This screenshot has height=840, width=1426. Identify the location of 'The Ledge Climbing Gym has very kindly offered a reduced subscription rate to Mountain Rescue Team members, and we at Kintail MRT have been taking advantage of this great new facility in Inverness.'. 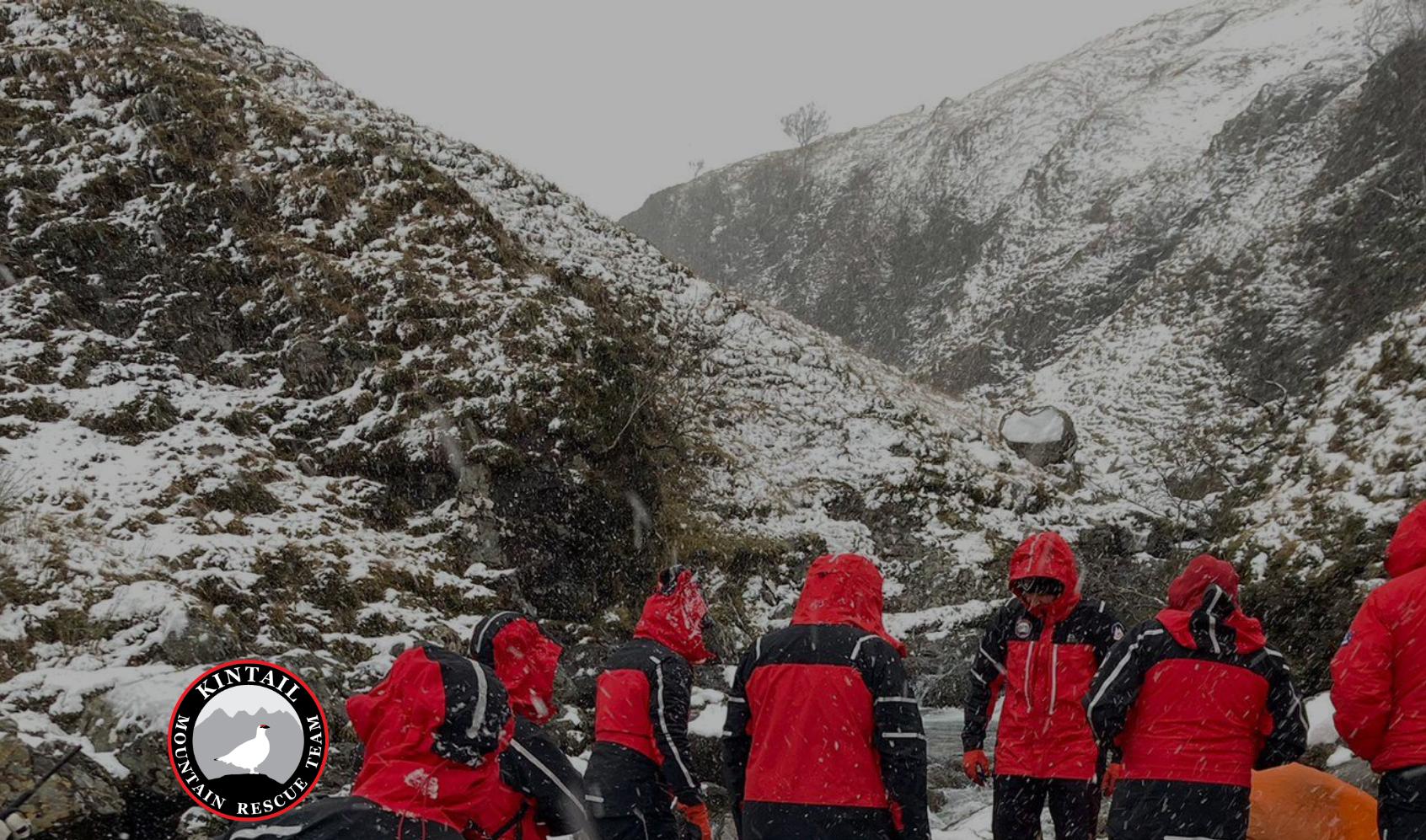
(571, 700).